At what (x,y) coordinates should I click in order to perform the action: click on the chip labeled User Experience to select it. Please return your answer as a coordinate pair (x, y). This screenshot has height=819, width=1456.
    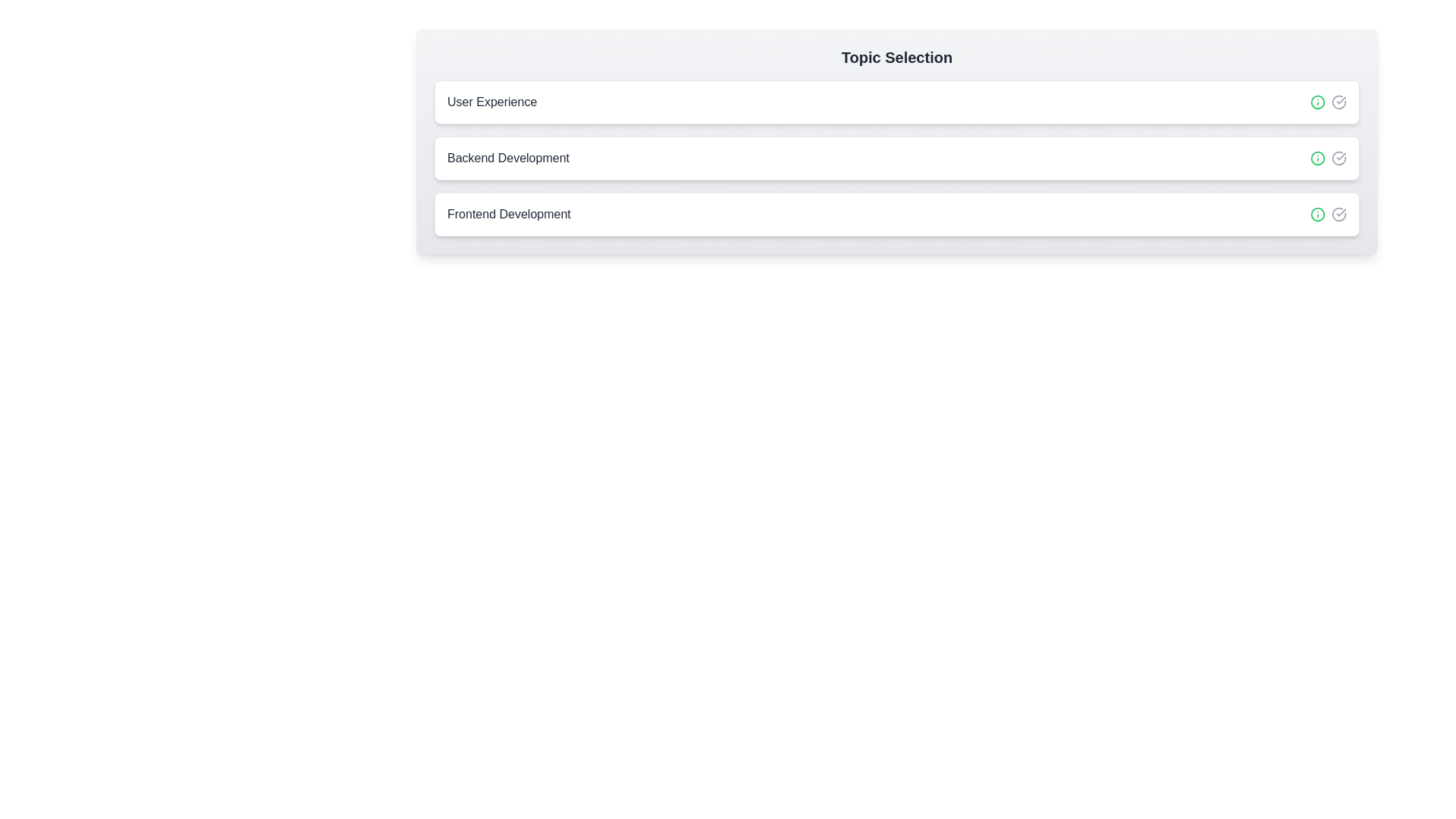
    Looking at the image, I should click on (896, 102).